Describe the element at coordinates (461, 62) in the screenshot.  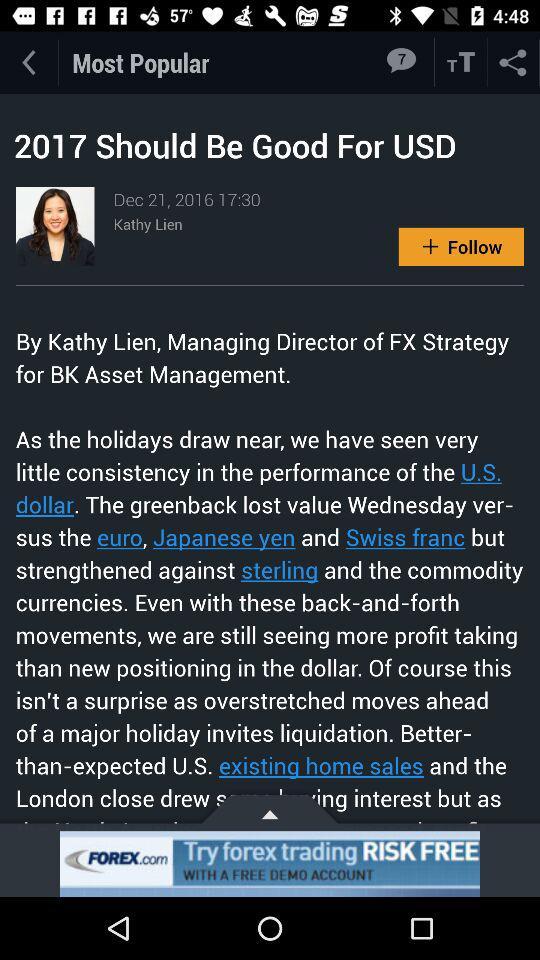
I see `word` at that location.